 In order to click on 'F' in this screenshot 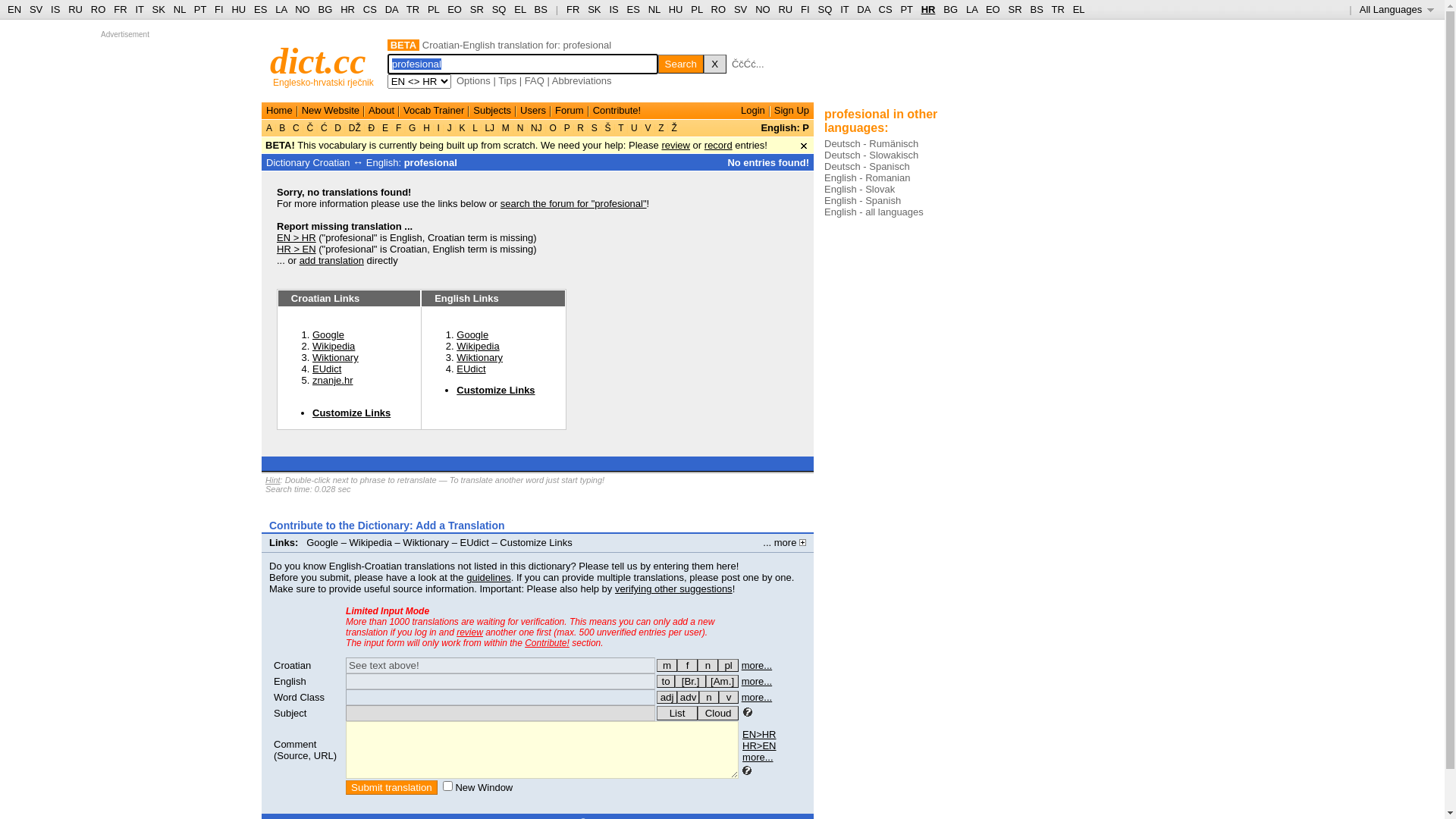, I will do `click(393, 127)`.